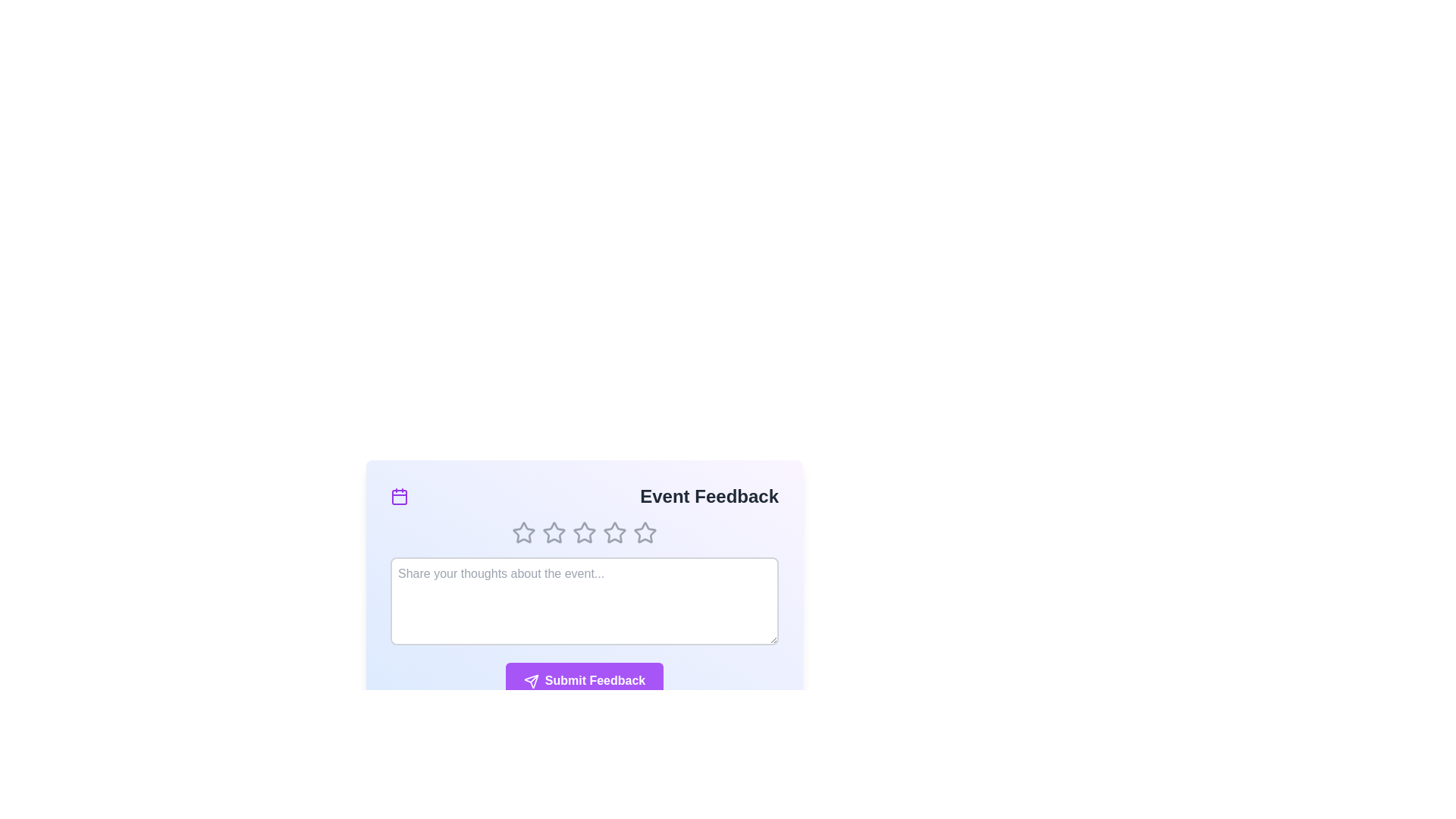 The height and width of the screenshot is (819, 1456). Describe the element at coordinates (615, 532) in the screenshot. I see `the fourth star in the 5-star rating system` at that location.